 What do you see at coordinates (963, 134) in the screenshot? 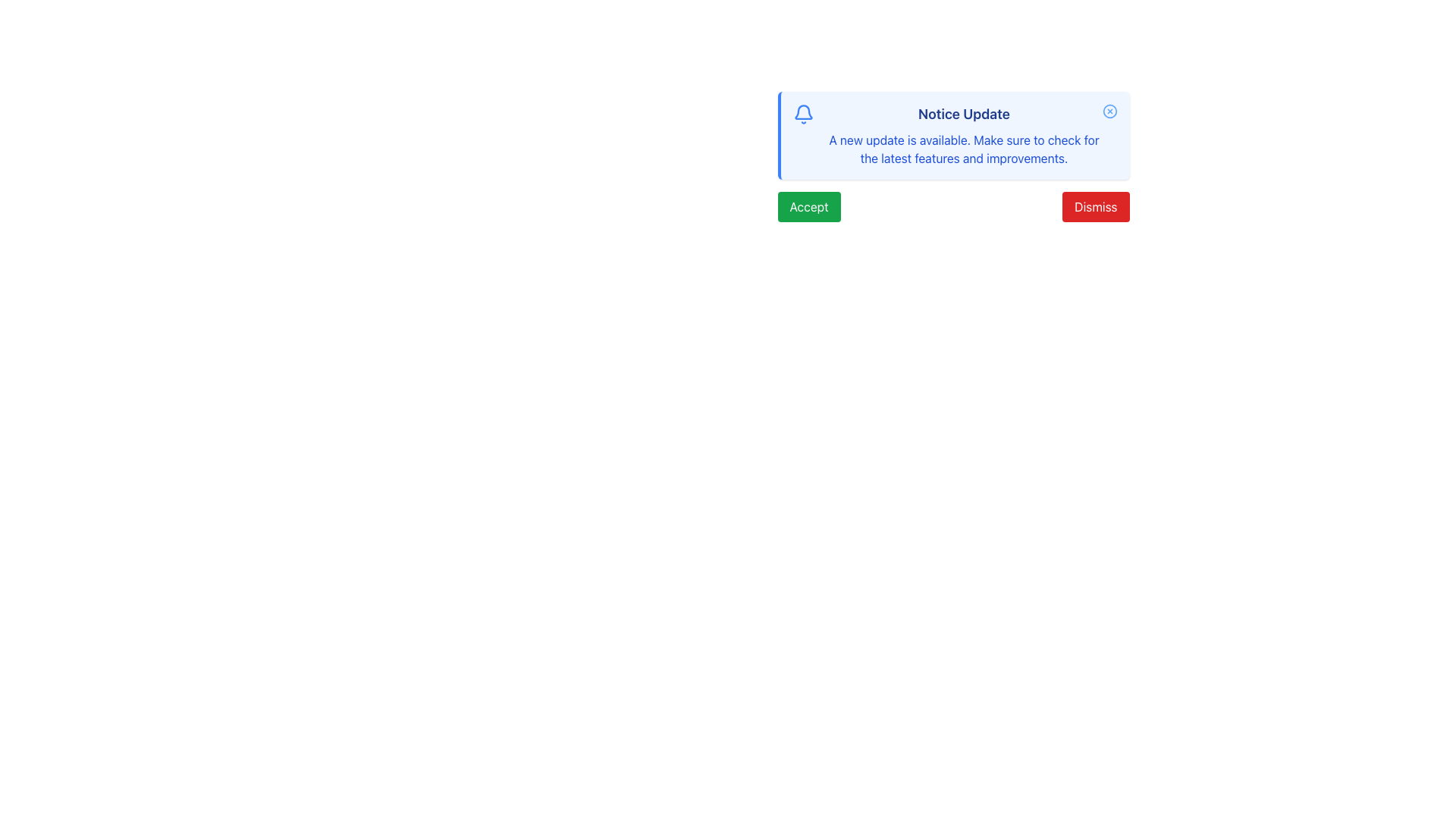
I see `informational message displayed in the central notification area about the software update` at bounding box center [963, 134].